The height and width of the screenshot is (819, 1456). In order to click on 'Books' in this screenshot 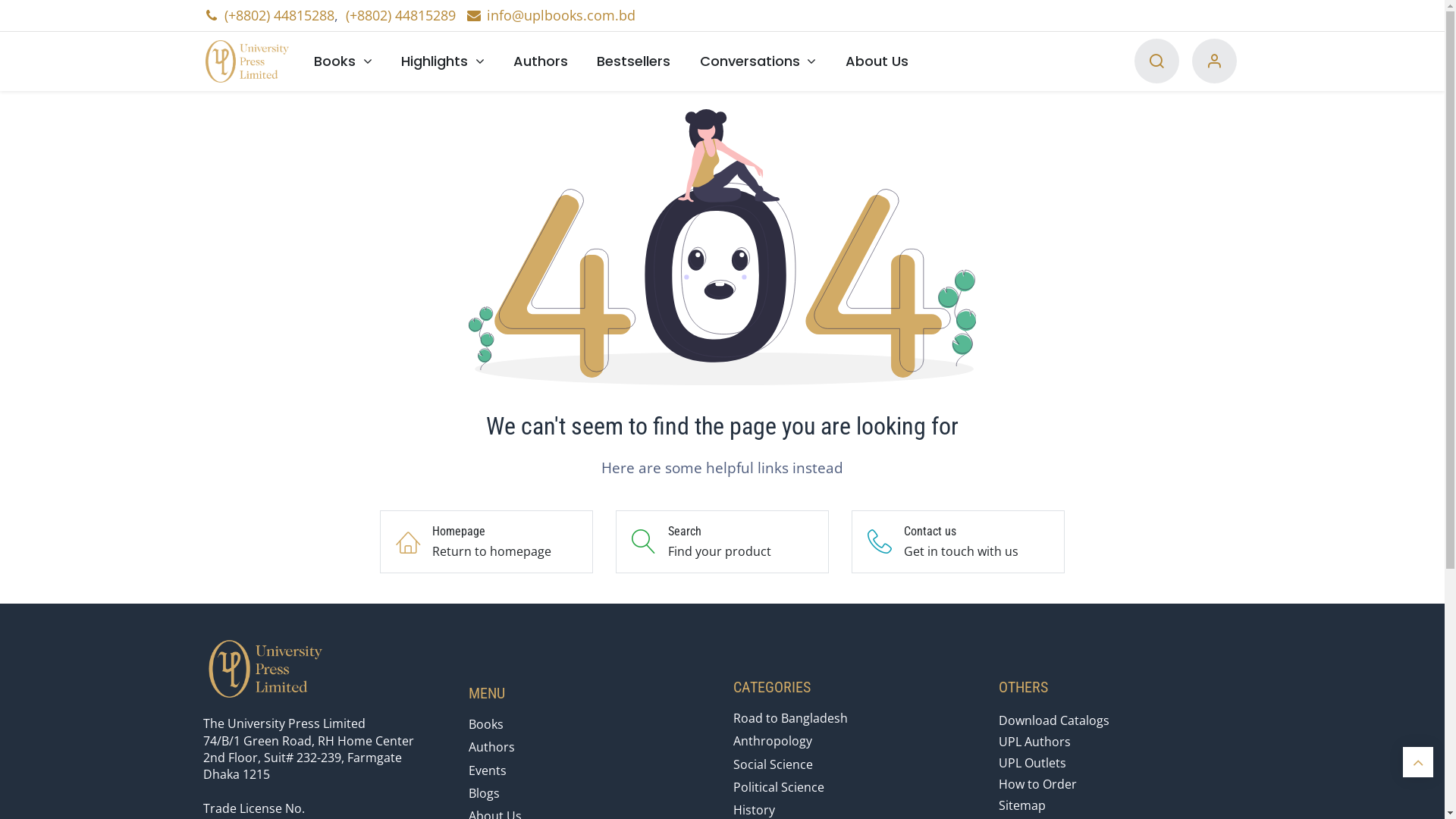, I will do `click(299, 60)`.